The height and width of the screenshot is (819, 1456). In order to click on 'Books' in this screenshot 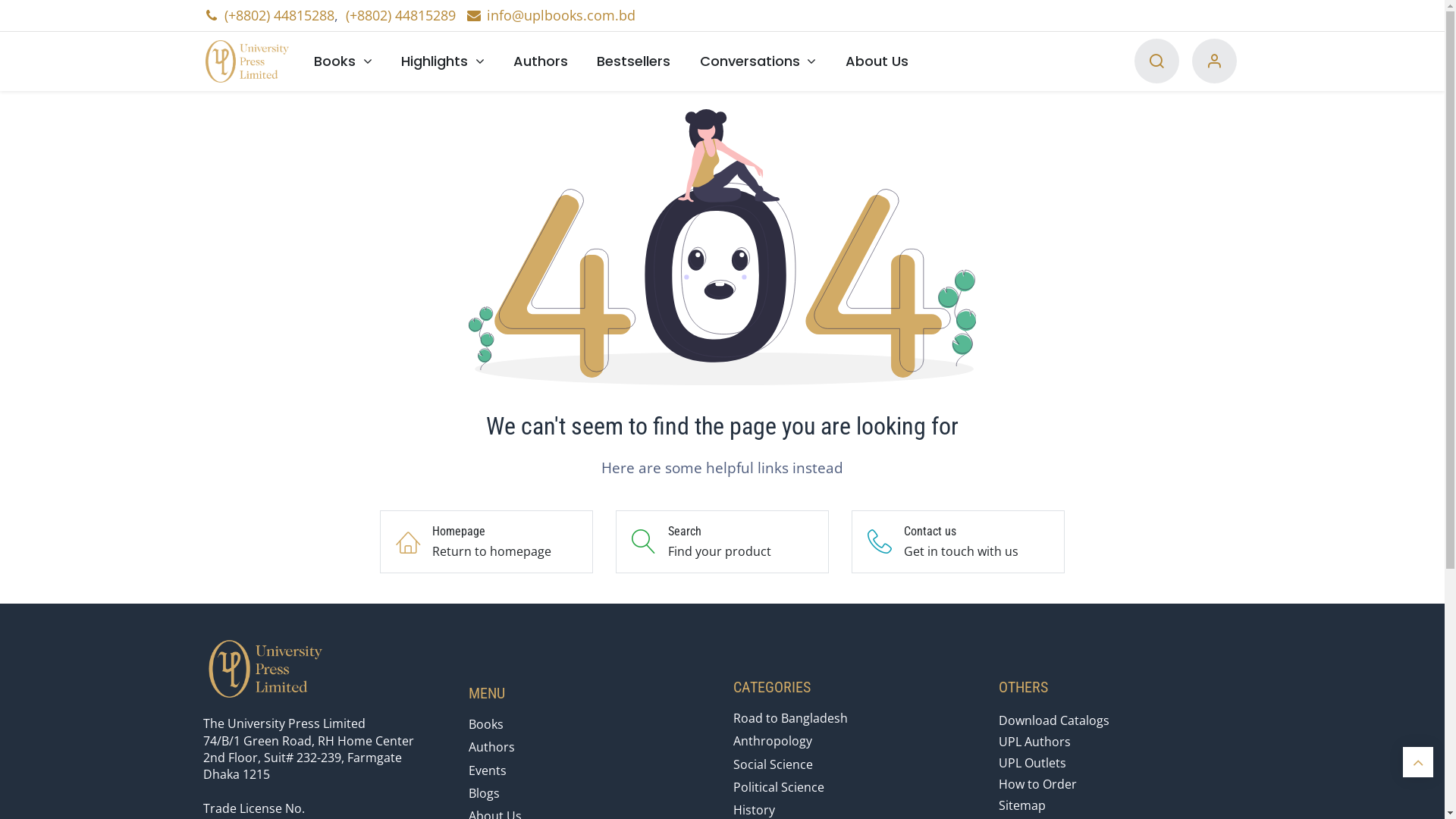, I will do `click(299, 60)`.